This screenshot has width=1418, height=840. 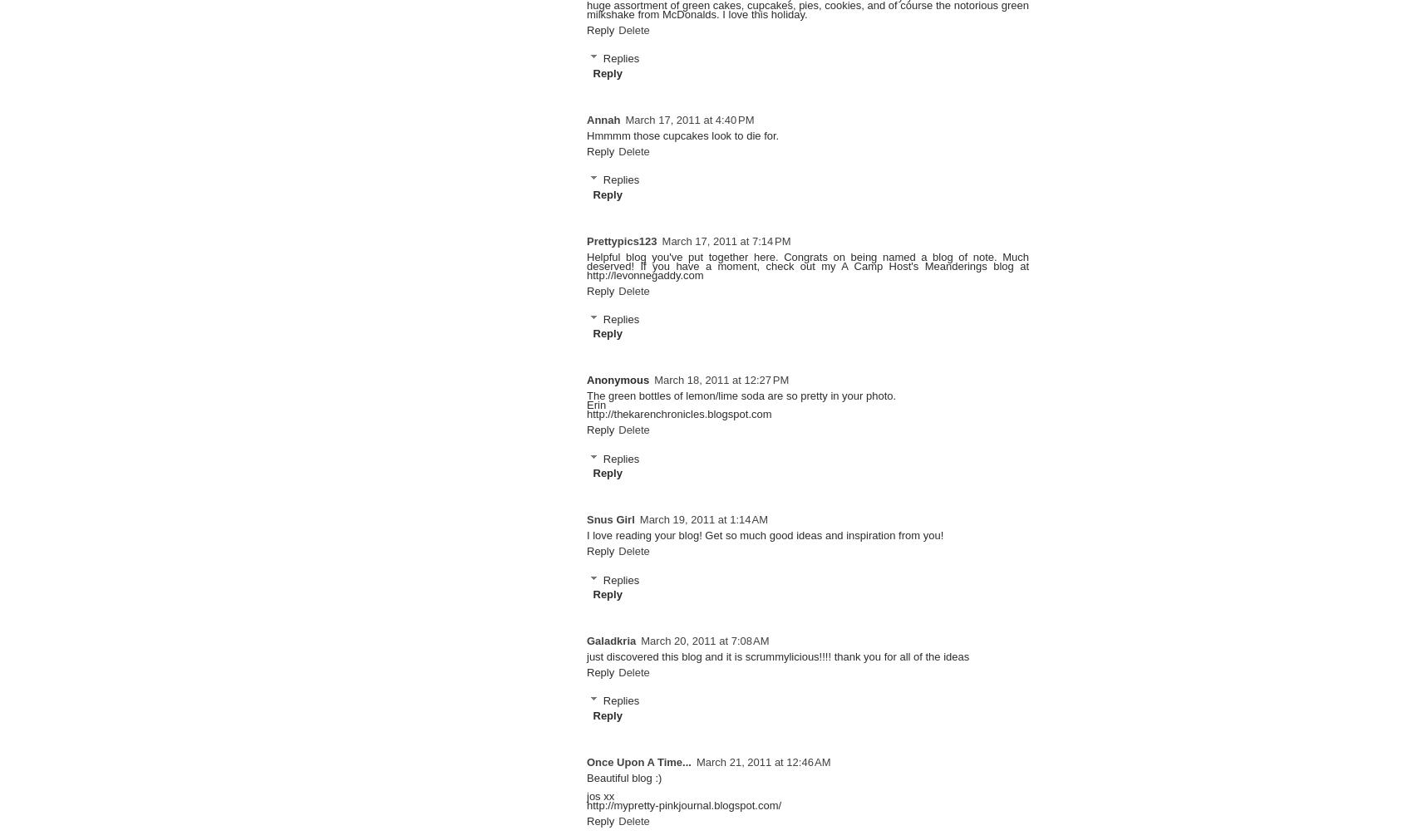 What do you see at coordinates (808, 265) in the screenshot?
I see `'Helpful blog you've put together here. Congrats on being named a blog of note. Much deserved! If you have a moment, check out my A Camp Host's Meanderings blog at http://levonnegaddy.com'` at bounding box center [808, 265].